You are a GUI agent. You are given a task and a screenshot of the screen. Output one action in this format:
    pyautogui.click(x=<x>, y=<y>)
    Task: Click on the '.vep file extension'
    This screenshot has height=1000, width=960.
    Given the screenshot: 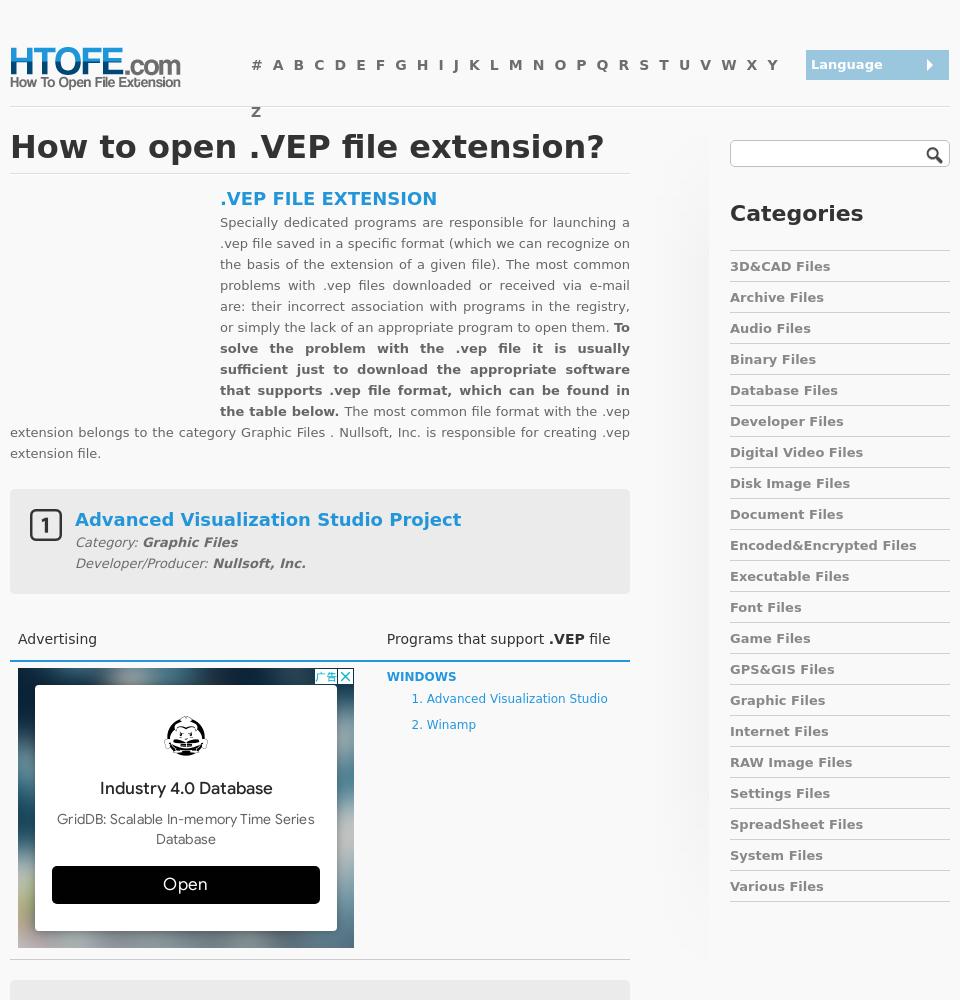 What is the action you would take?
    pyautogui.click(x=220, y=196)
    